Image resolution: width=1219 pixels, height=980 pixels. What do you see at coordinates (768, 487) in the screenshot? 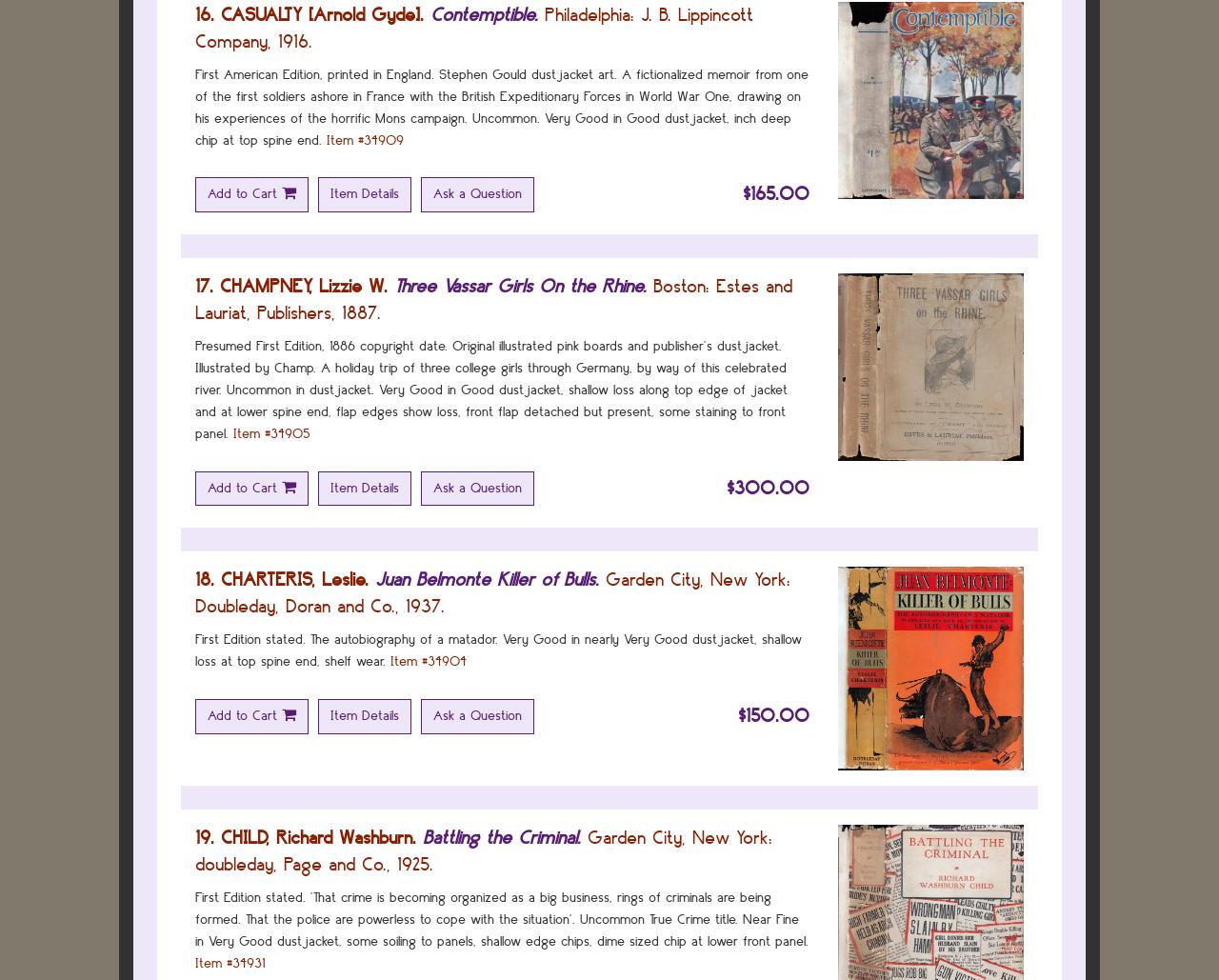
I see `'$300.00'` at bounding box center [768, 487].